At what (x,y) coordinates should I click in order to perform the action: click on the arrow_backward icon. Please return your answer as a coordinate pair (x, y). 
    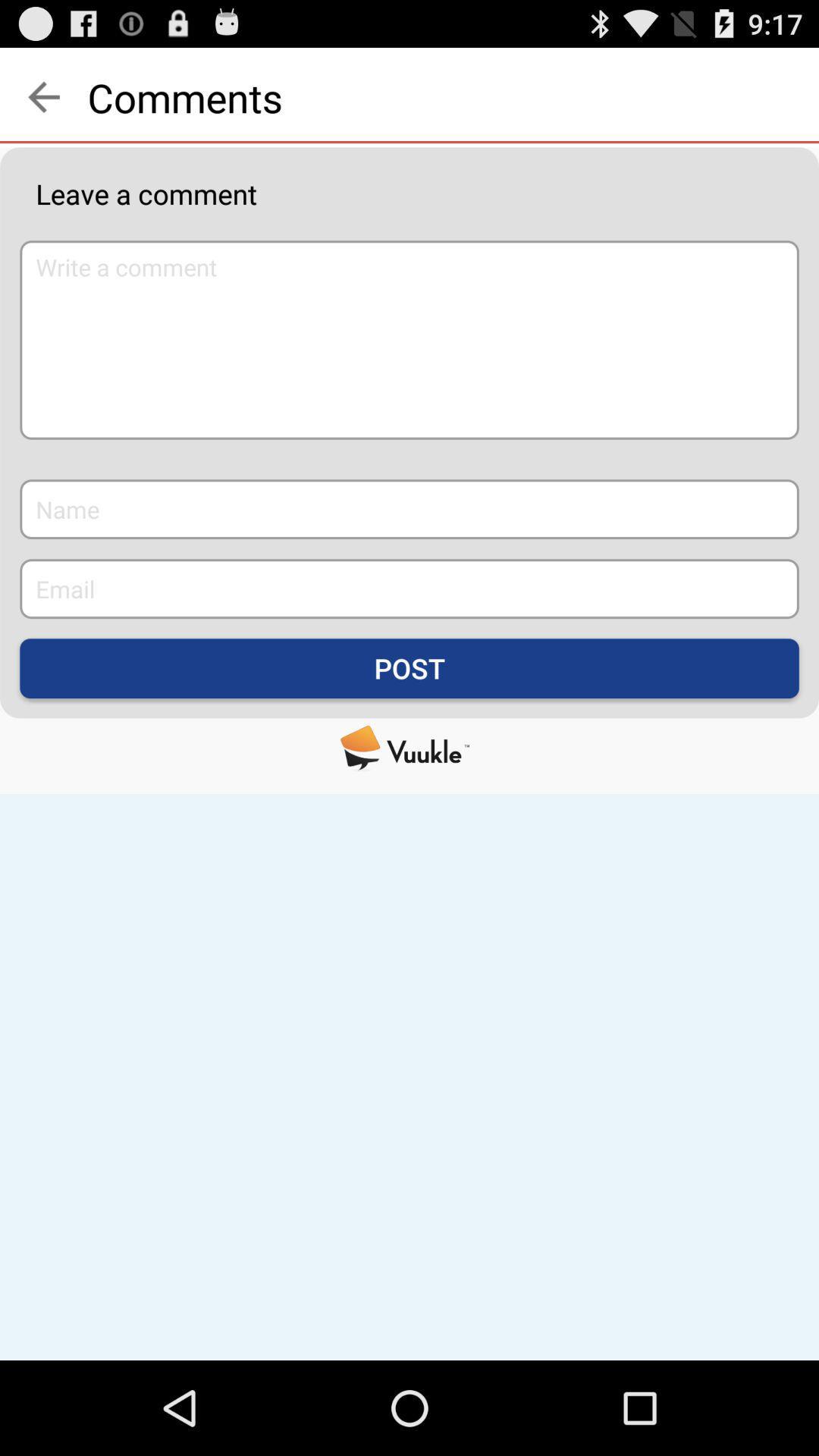
    Looking at the image, I should click on (42, 103).